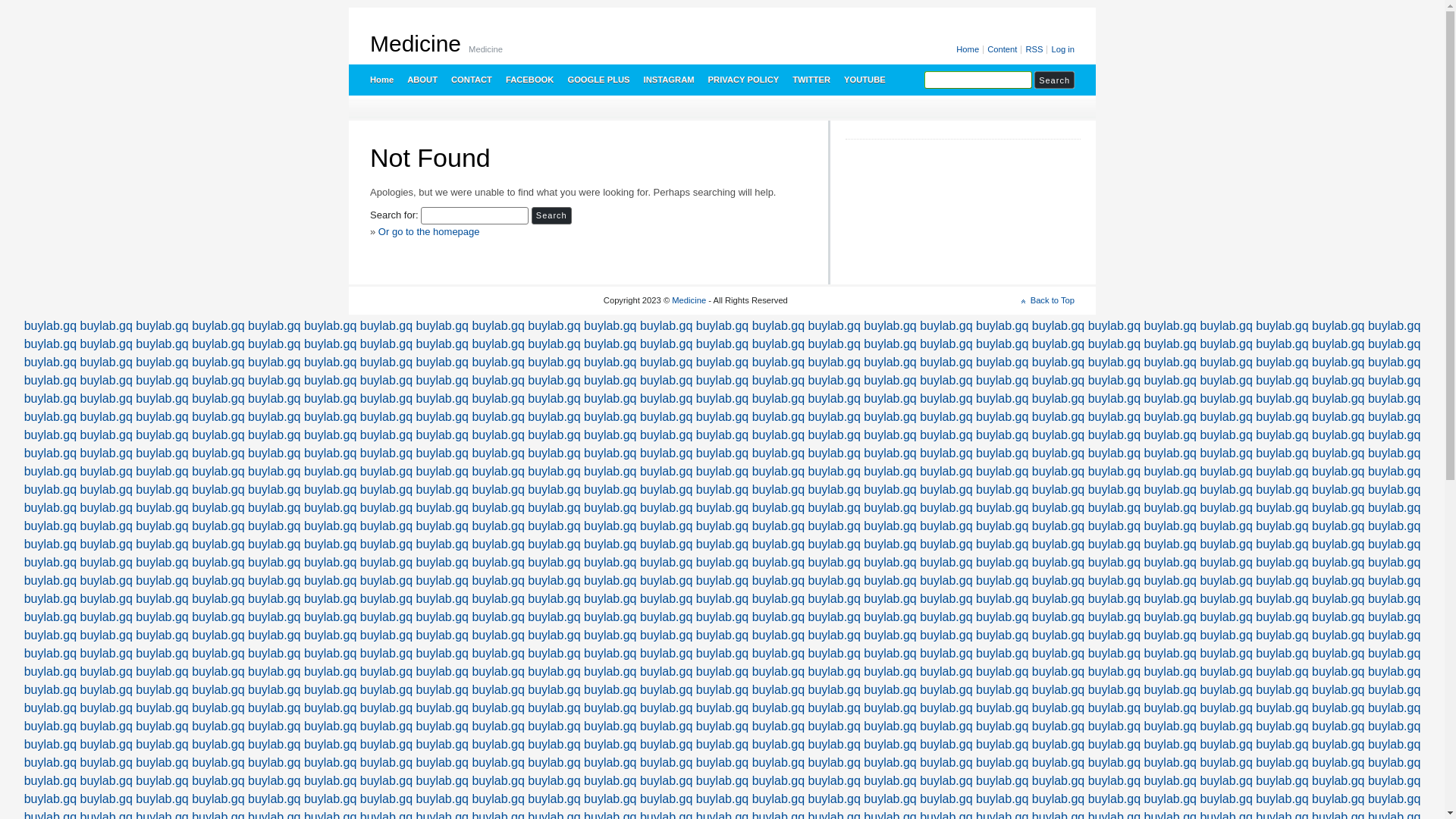 The height and width of the screenshot is (819, 1456). Describe the element at coordinates (984, 49) in the screenshot. I see `'Content'` at that location.